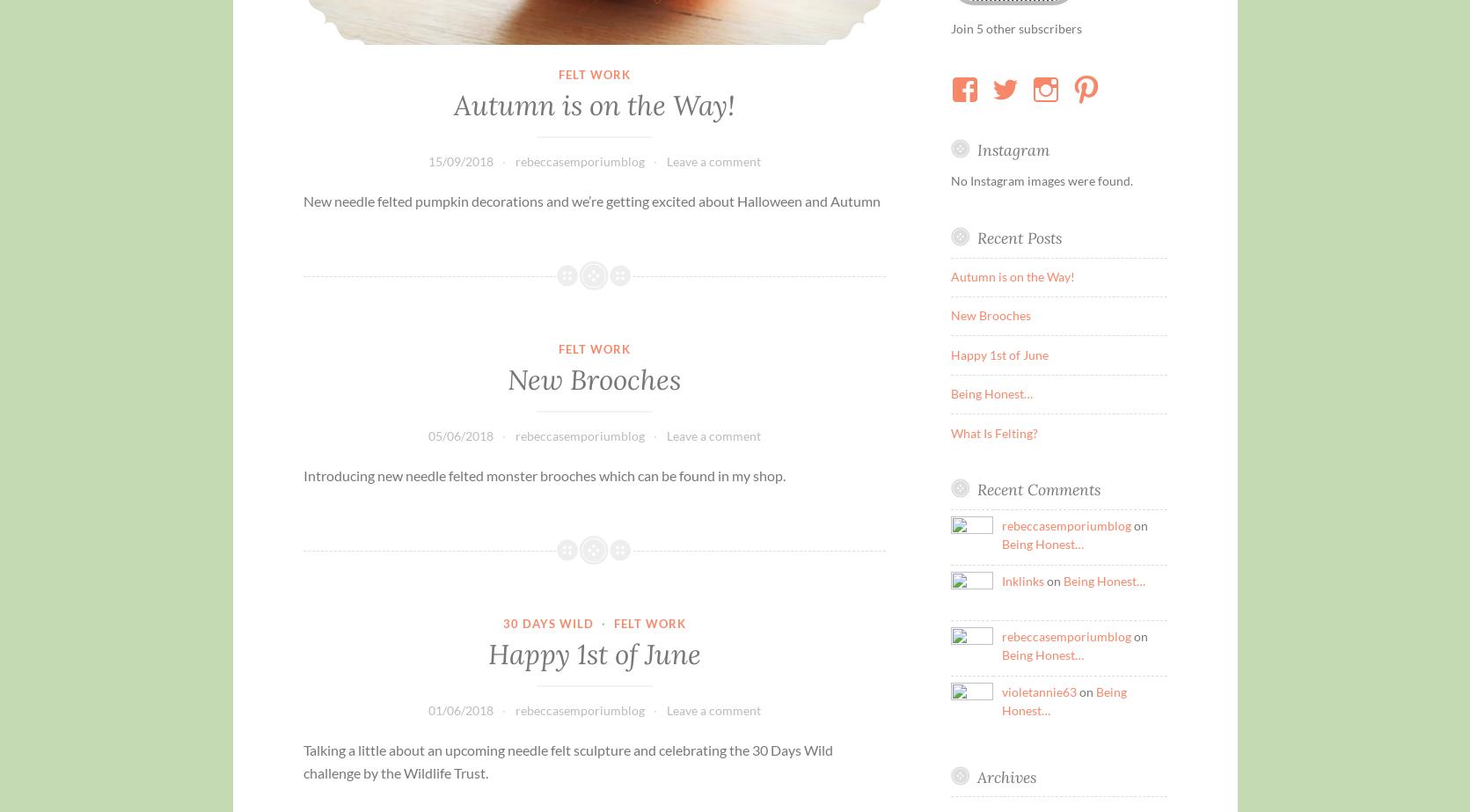 The width and height of the screenshot is (1470, 812). Describe the element at coordinates (1012, 150) in the screenshot. I see `'Instagram'` at that location.